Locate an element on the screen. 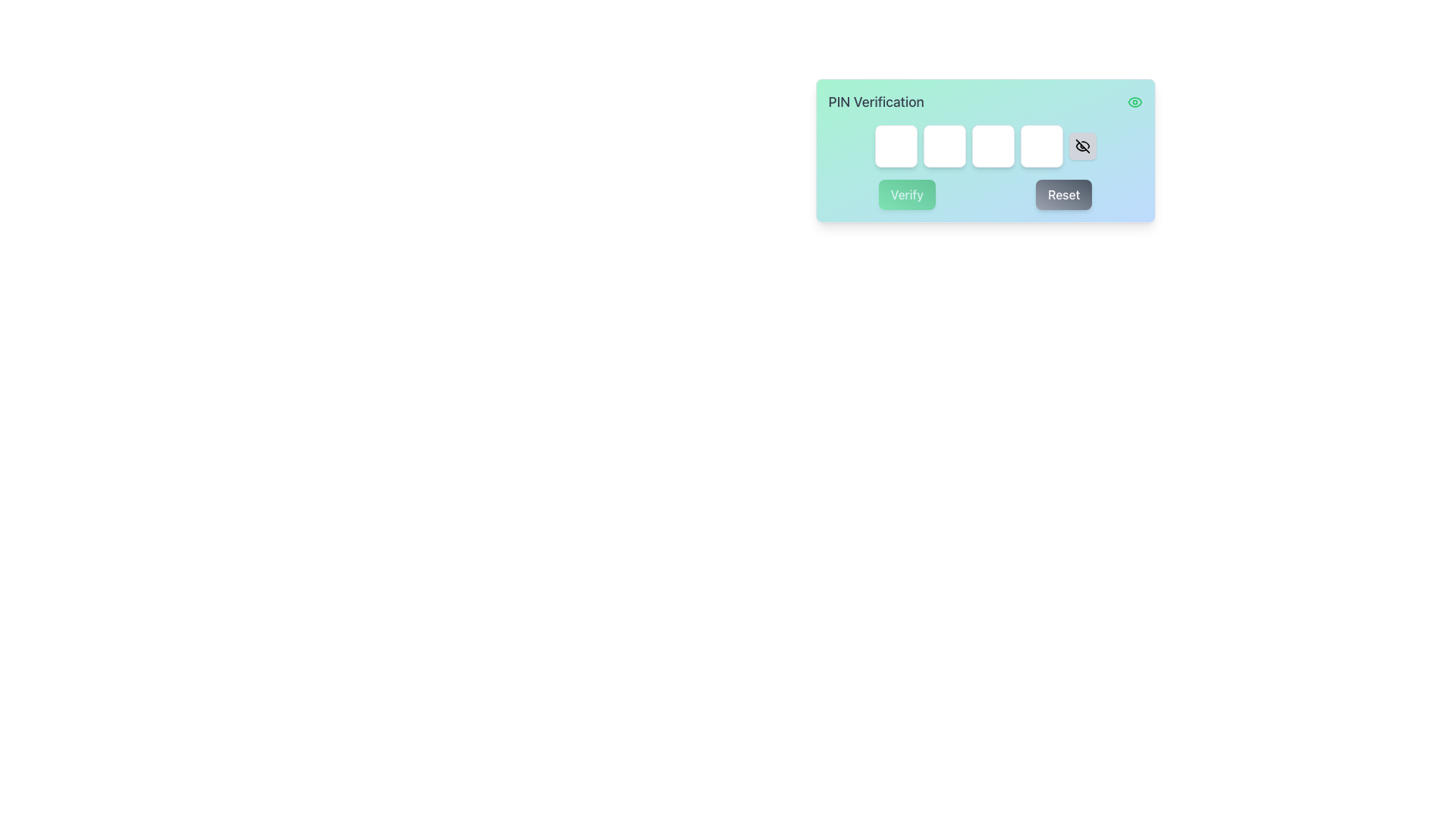 The image size is (1456, 819). the eye icon located at the top-right of the PIN Verification section is located at coordinates (1134, 102).